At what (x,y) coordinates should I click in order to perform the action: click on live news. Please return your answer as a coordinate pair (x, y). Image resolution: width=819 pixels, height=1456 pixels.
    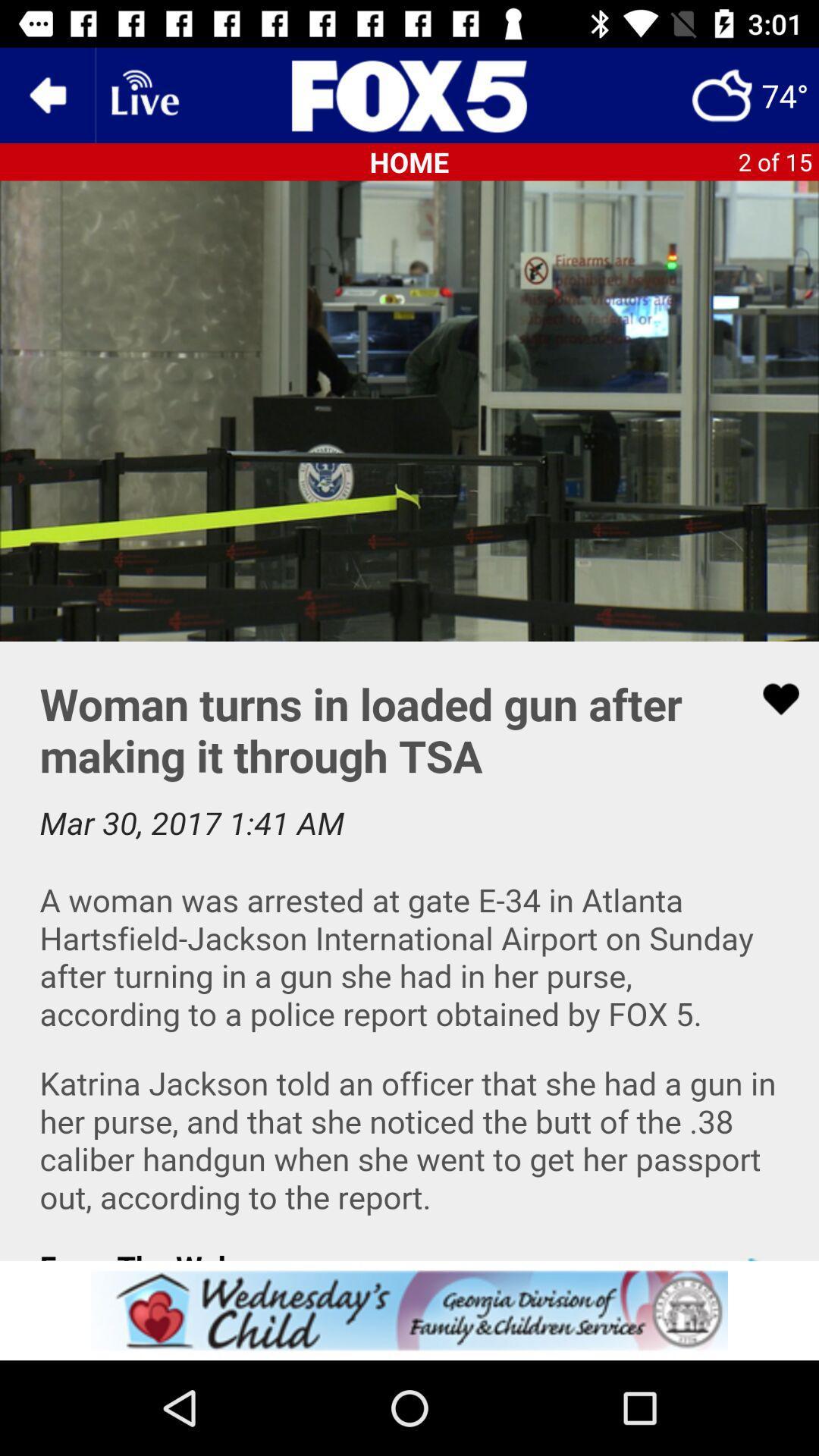
    Looking at the image, I should click on (143, 94).